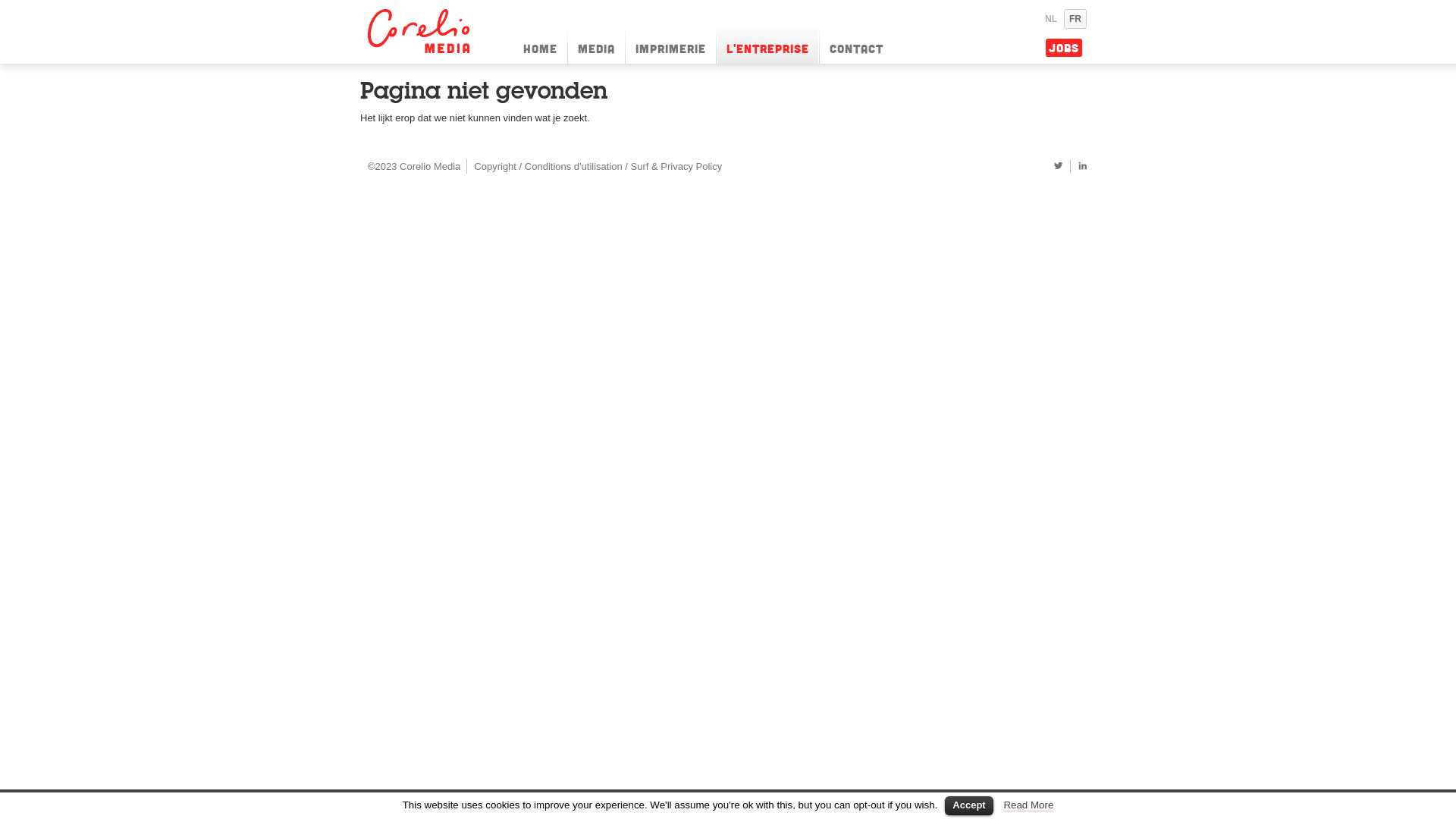  Describe the element at coordinates (1062, 46) in the screenshot. I see `'JOBS'` at that location.